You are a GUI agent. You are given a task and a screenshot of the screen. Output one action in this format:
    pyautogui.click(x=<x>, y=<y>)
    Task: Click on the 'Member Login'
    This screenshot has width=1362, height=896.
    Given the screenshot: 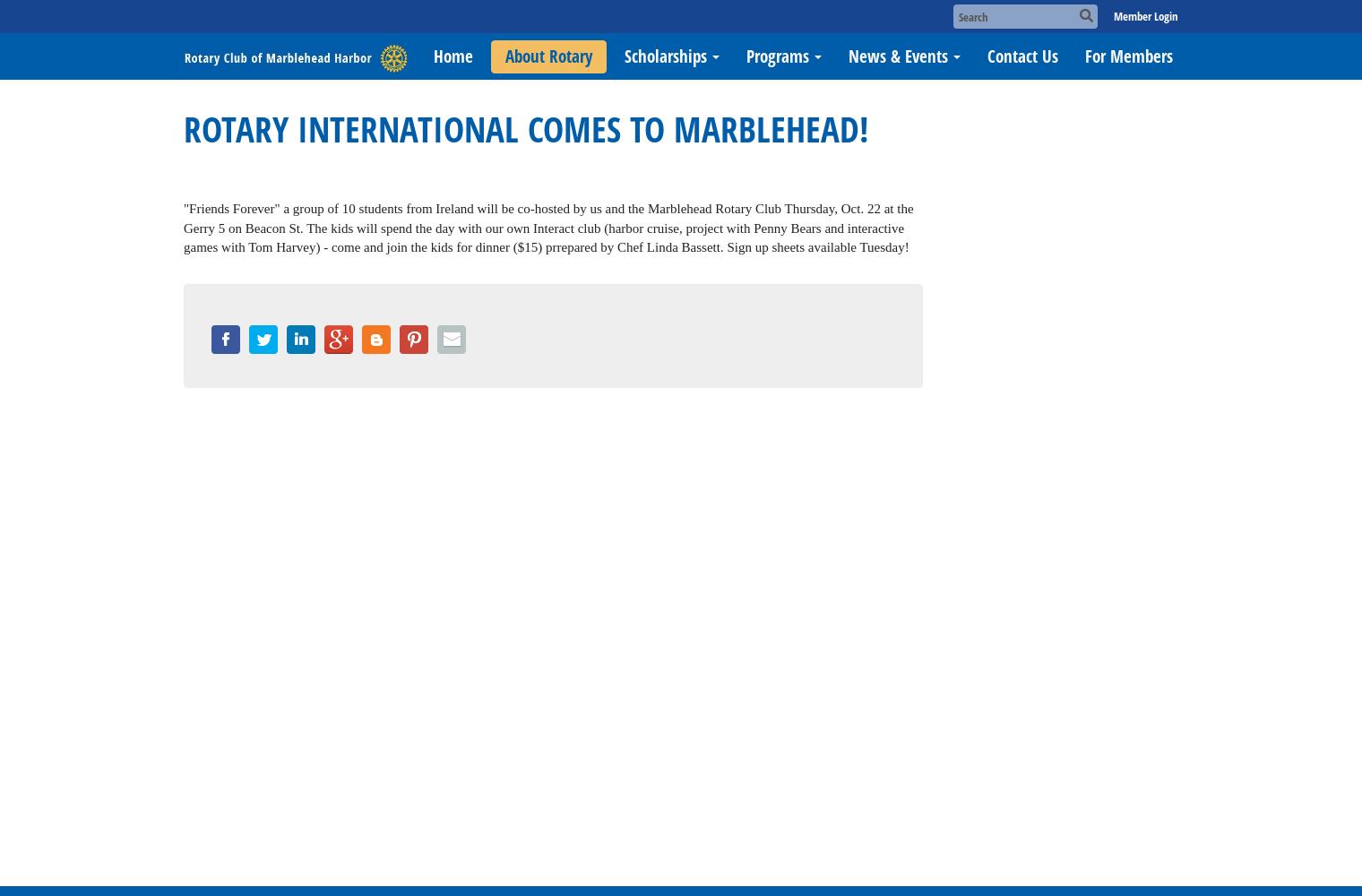 What is the action you would take?
    pyautogui.click(x=1145, y=16)
    